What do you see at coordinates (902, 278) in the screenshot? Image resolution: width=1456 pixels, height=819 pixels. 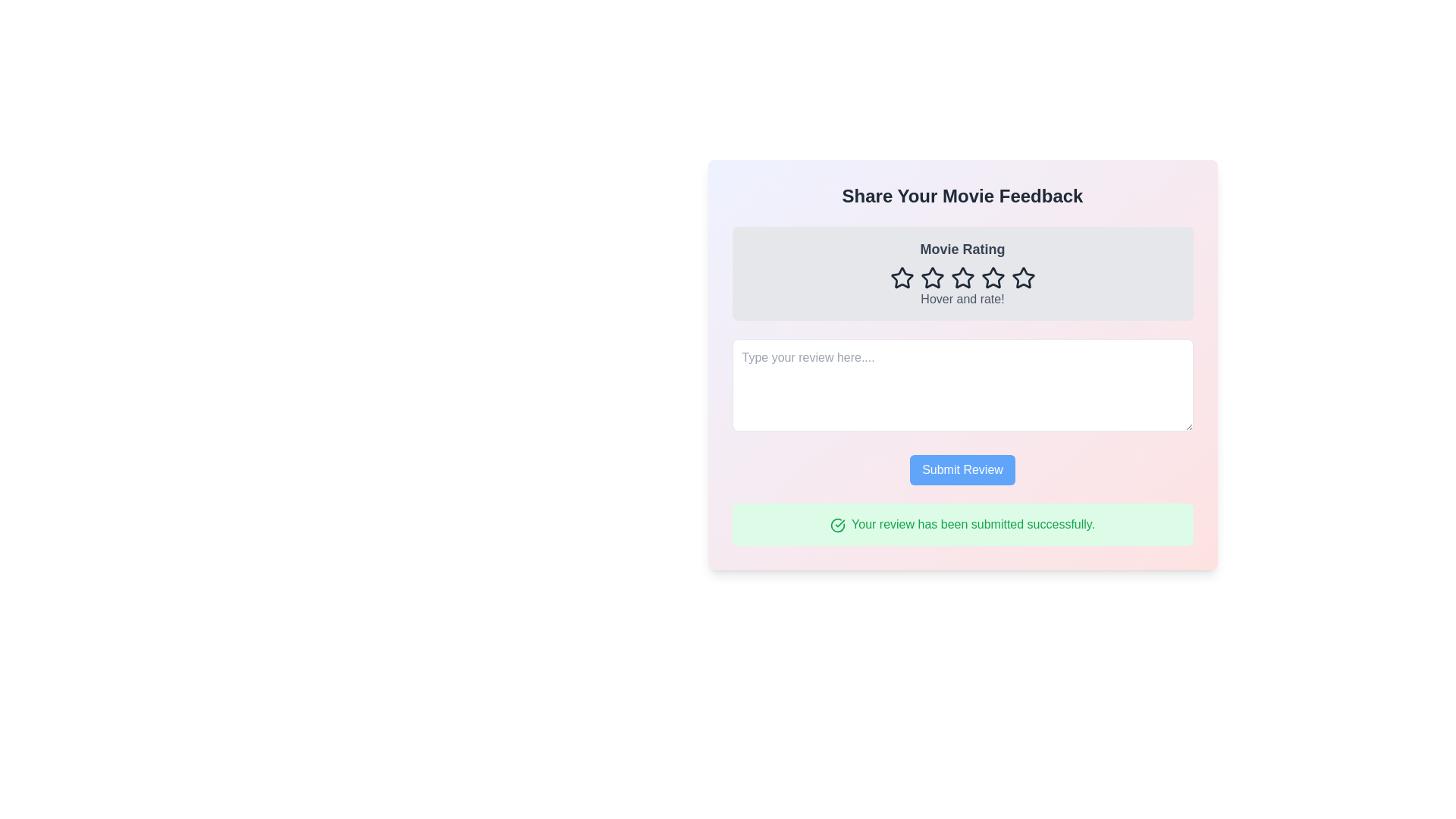 I see `the leftmost star icon in the 'Movie Rating' section` at bounding box center [902, 278].